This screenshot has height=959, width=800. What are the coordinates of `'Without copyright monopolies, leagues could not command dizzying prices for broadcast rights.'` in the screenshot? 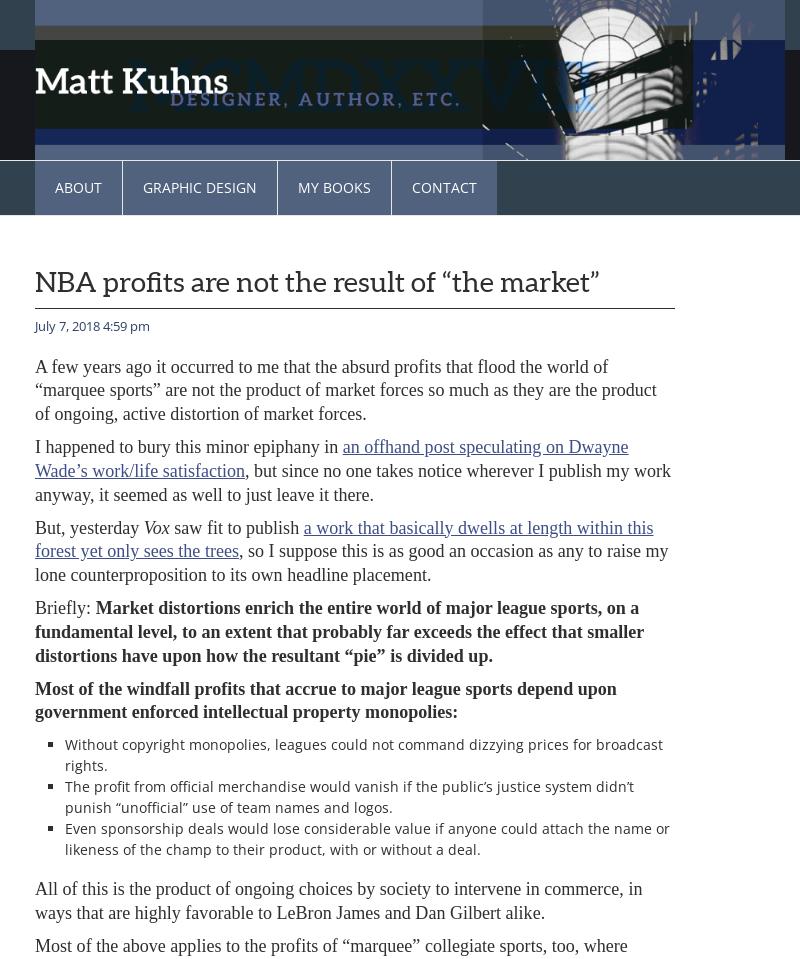 It's located at (64, 755).